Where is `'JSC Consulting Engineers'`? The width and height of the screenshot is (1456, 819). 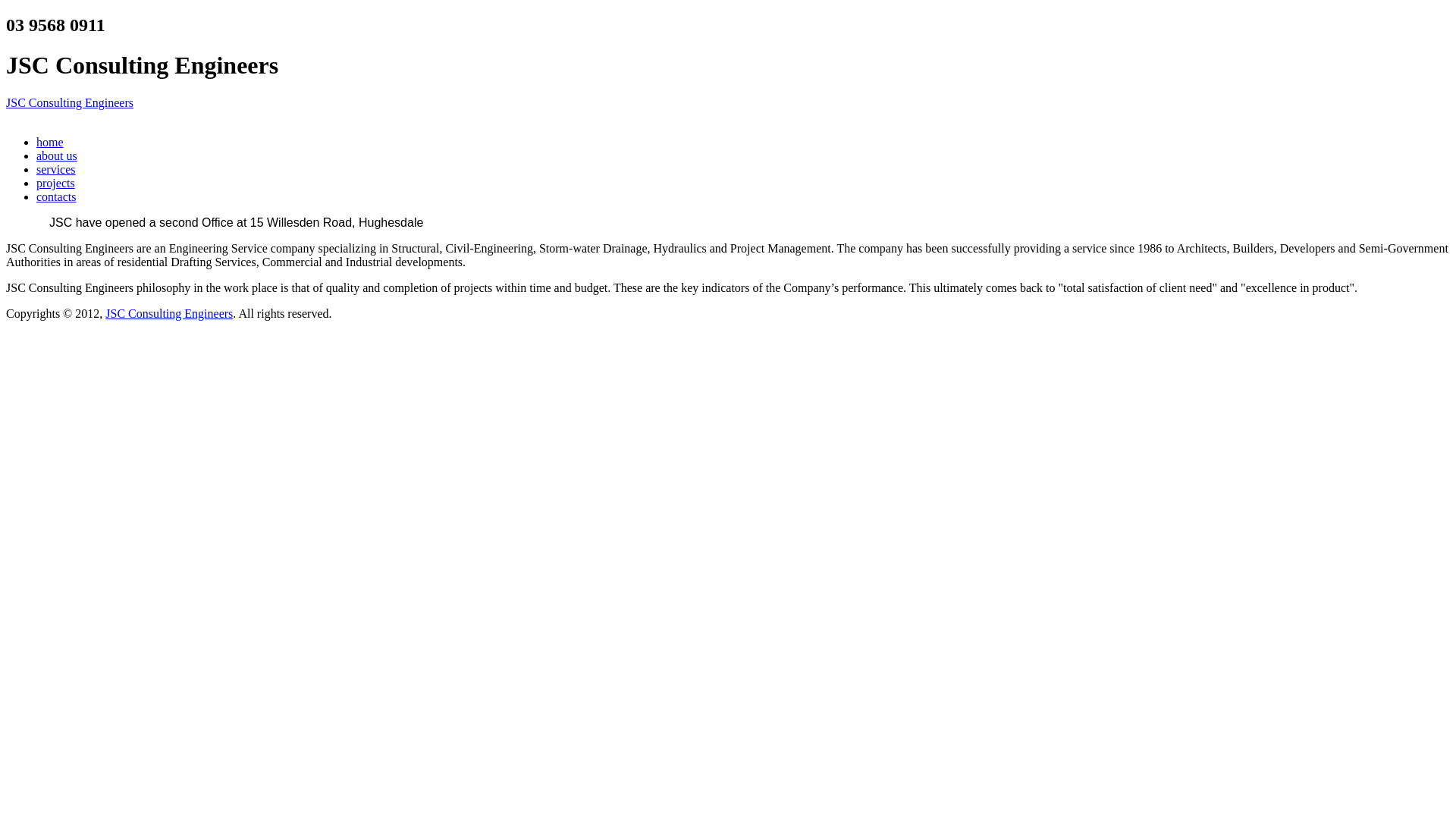 'JSC Consulting Engineers' is located at coordinates (168, 312).